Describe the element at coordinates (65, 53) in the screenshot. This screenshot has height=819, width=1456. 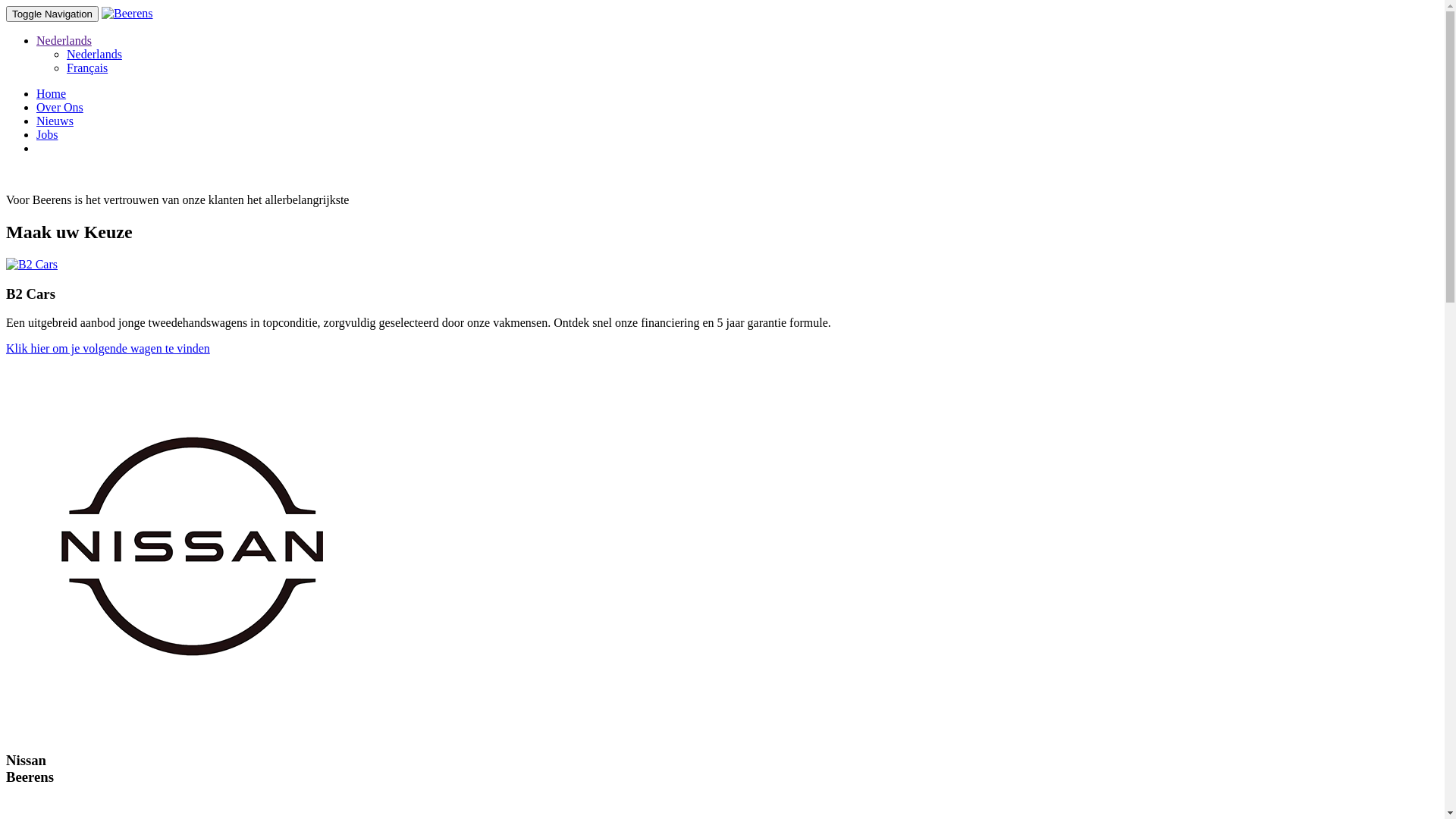
I see `'Nederlands'` at that location.